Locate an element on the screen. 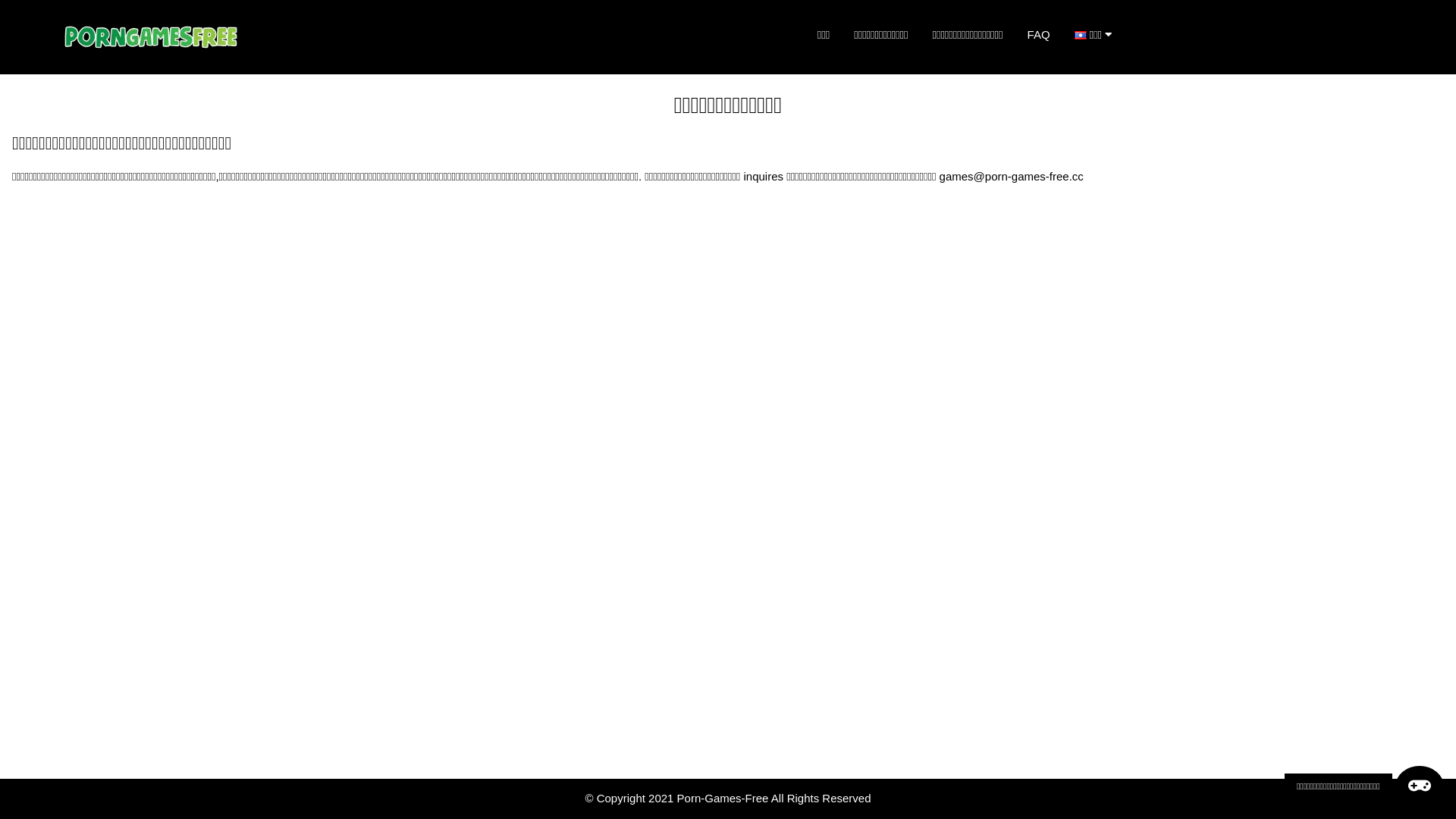 This screenshot has height=819, width=1456. 'FAQ' is located at coordinates (1037, 34).